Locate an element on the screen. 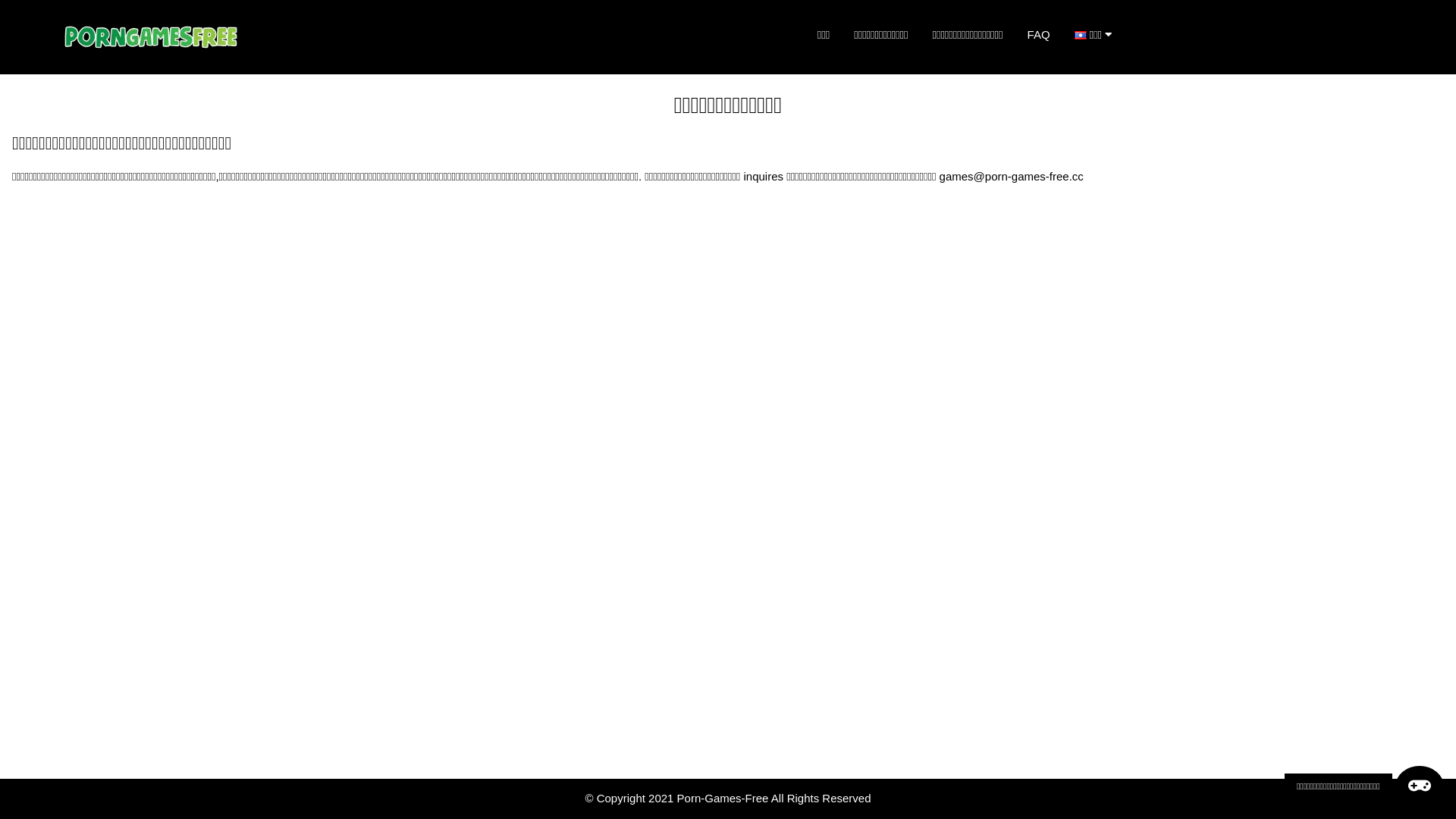 This screenshot has height=819, width=1456. 'FAQ' is located at coordinates (1037, 34).